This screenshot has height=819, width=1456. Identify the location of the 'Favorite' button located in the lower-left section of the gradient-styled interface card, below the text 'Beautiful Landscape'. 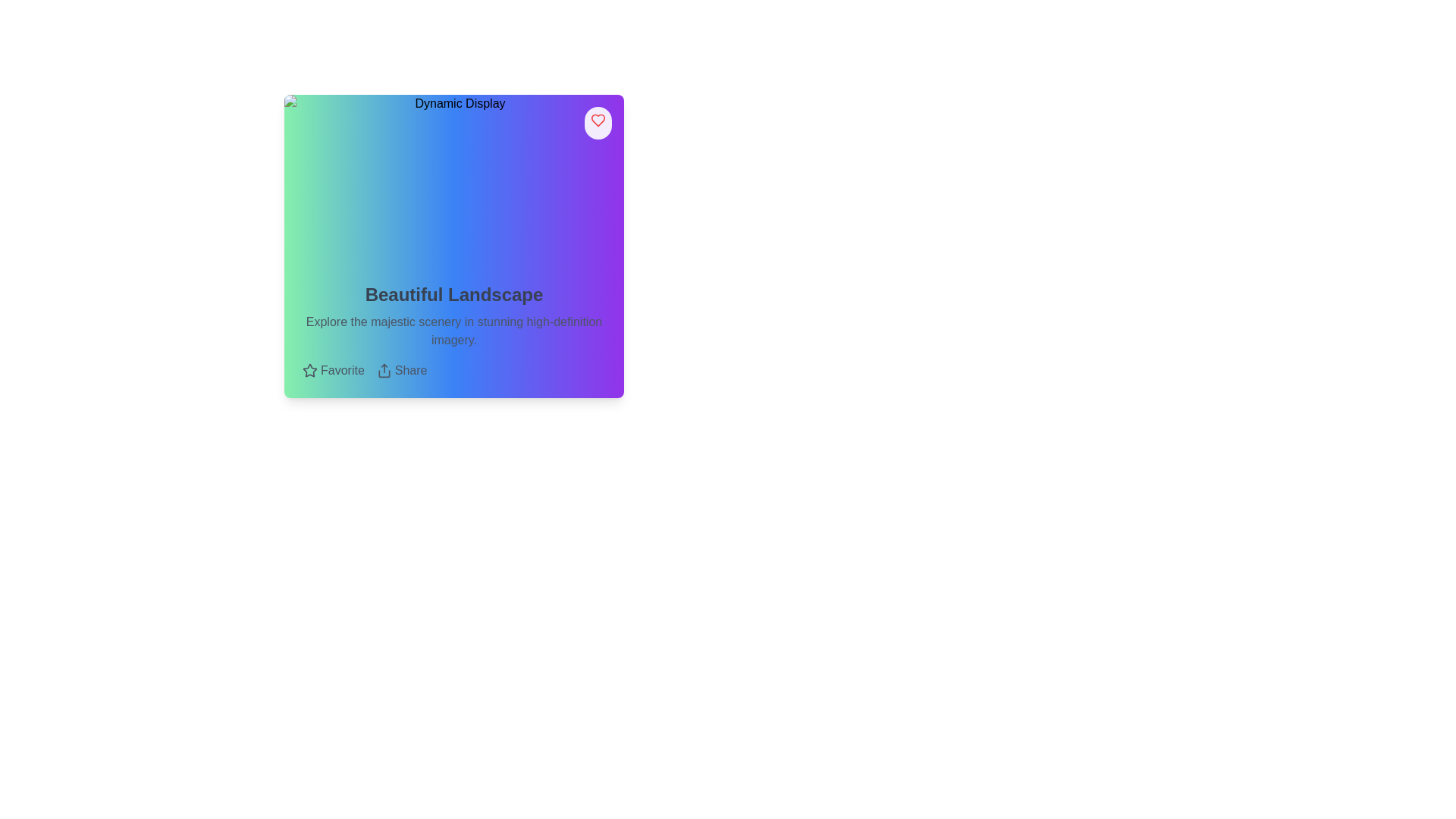
(309, 370).